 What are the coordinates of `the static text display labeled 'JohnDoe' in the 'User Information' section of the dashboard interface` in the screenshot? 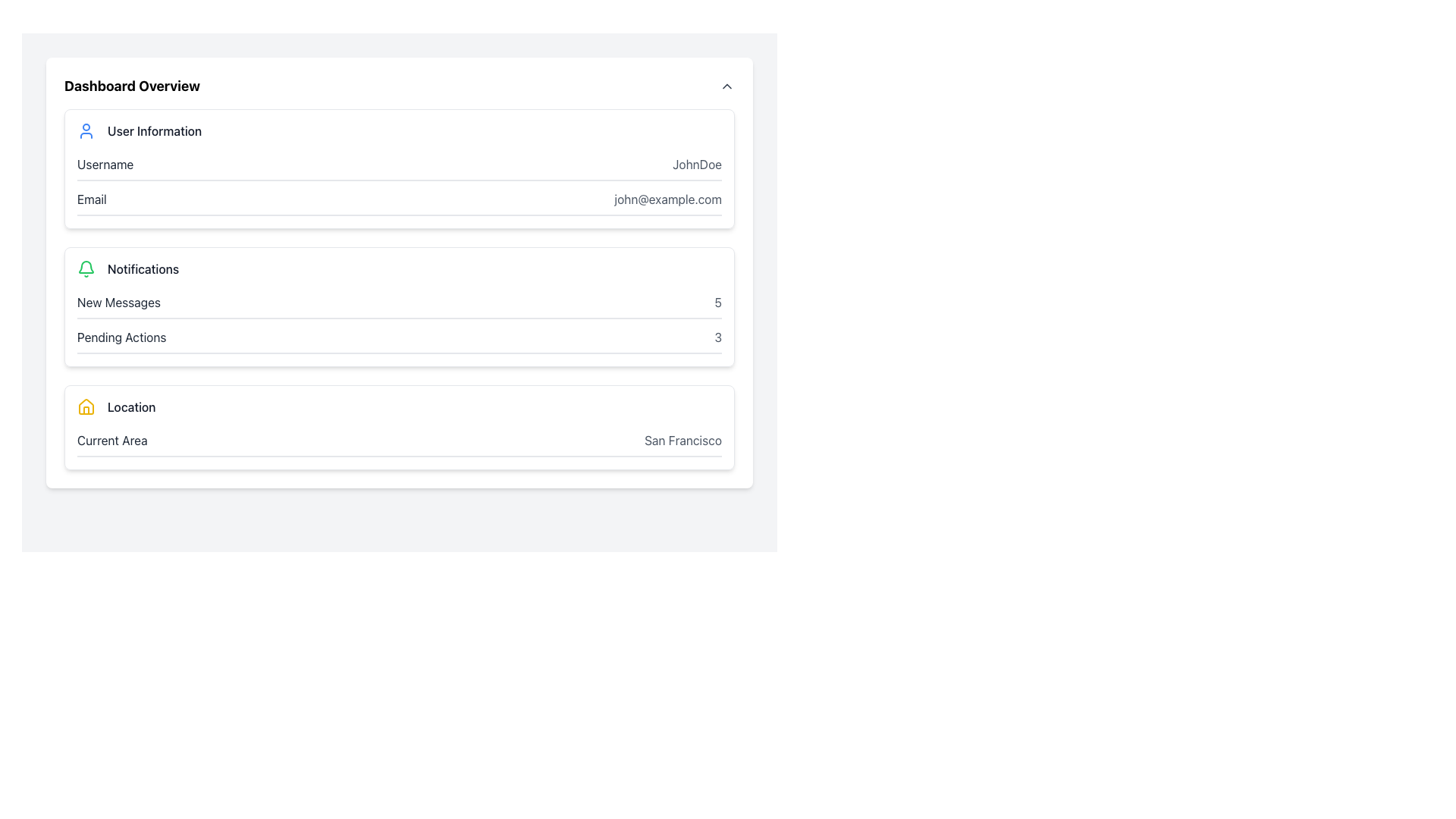 It's located at (696, 164).